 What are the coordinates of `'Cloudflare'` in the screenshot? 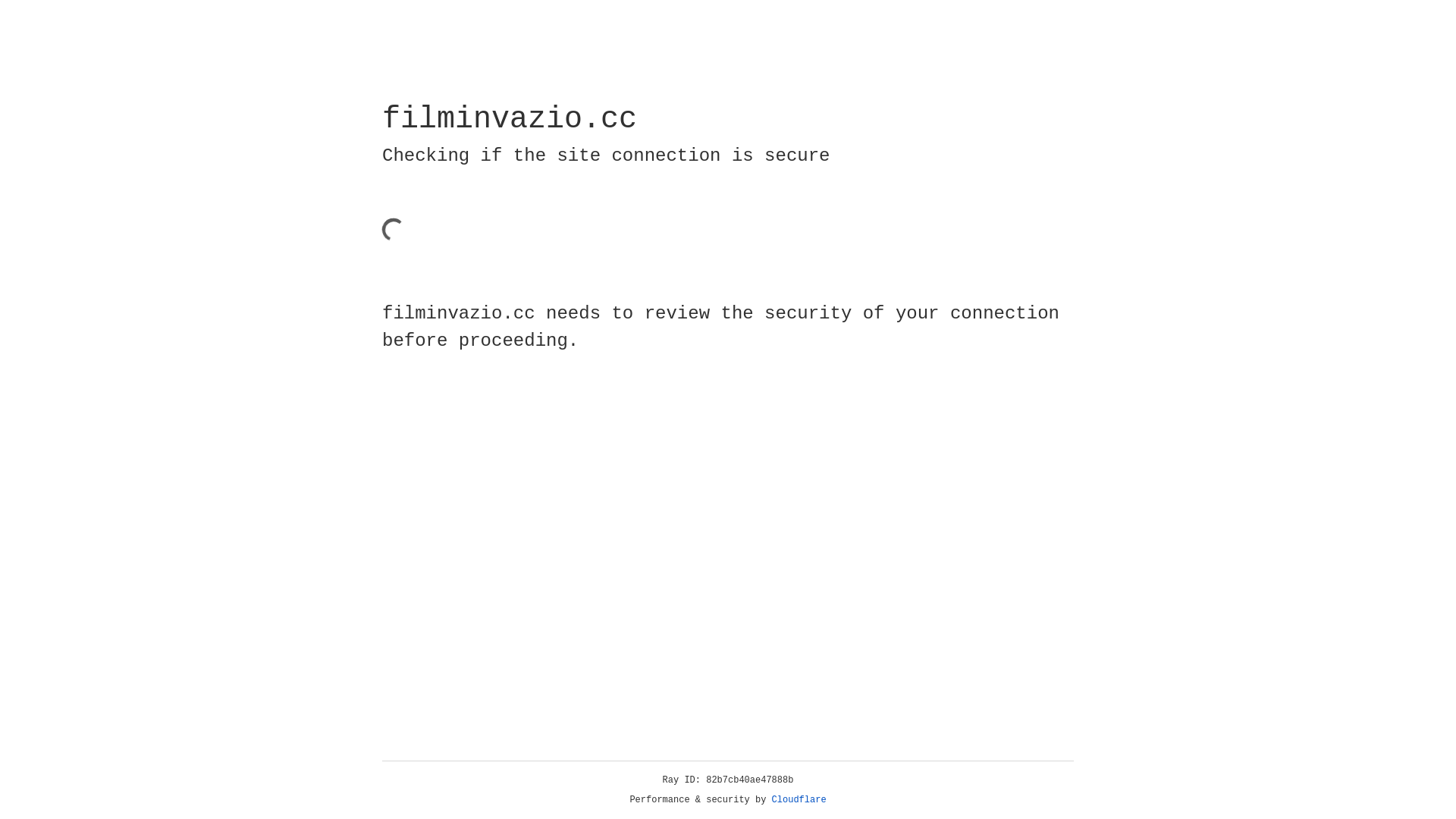 It's located at (799, 799).